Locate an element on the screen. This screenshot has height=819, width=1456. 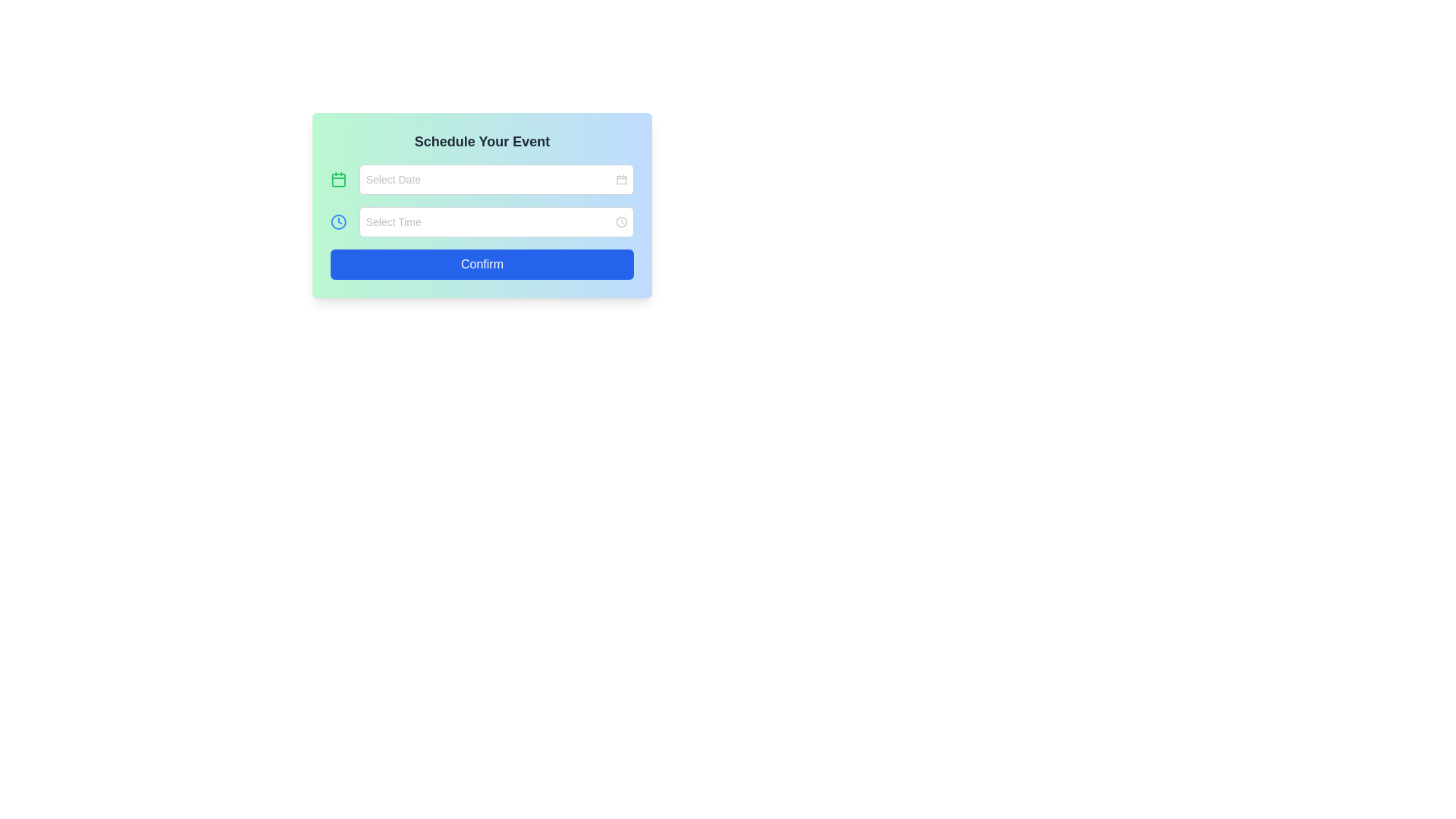
the circular clock icon with a blue stroke and a white background, located to the left of the 'Select Time' input field in the 'Schedule Your Event' interface is located at coordinates (337, 222).